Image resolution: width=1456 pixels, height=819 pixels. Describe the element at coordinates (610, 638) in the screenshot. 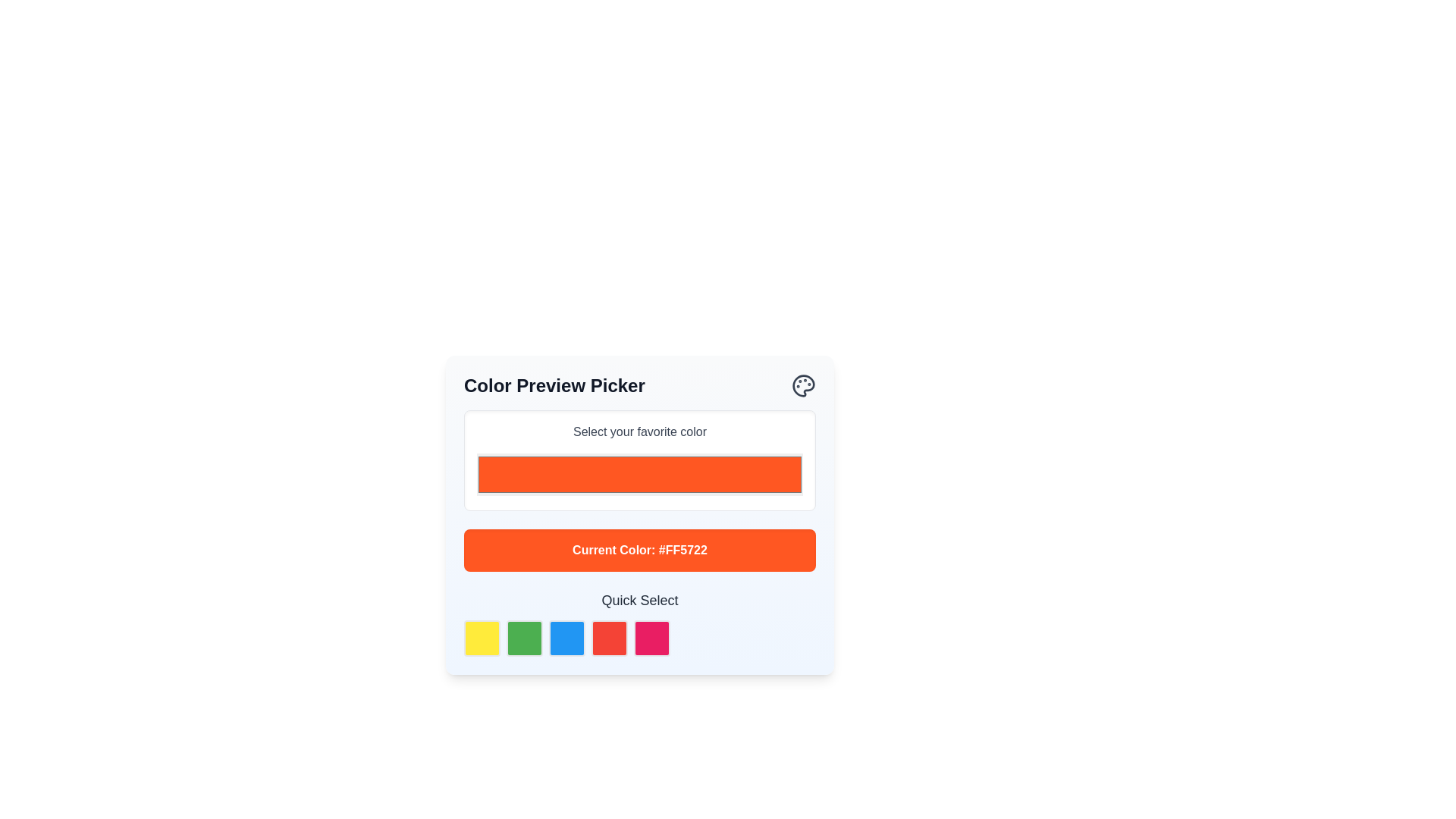

I see `the fourth square button representing the selectable color option for red` at that location.